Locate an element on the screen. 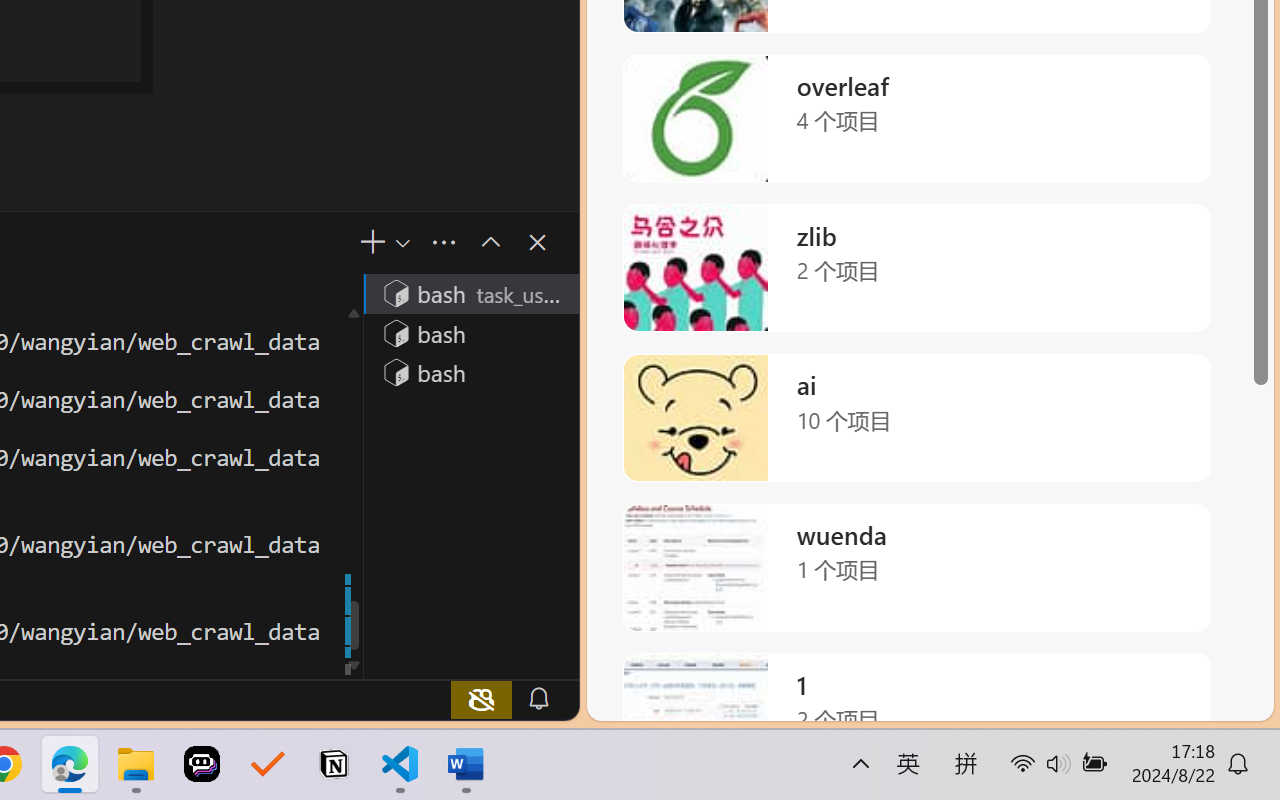 The image size is (1280, 800). 'Views and More Actions...' is located at coordinates (441, 242).